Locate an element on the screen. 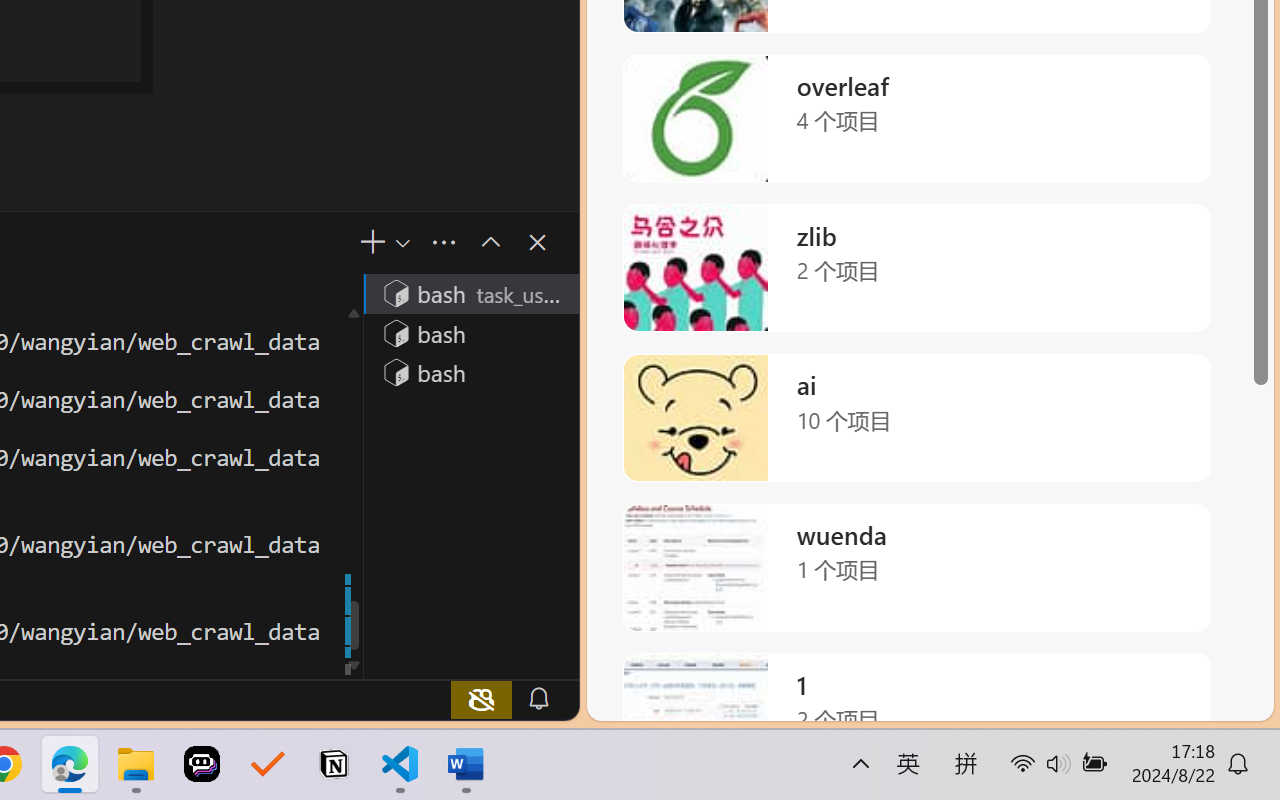 The image size is (1280, 800). 'Views and More Actions...' is located at coordinates (441, 242).